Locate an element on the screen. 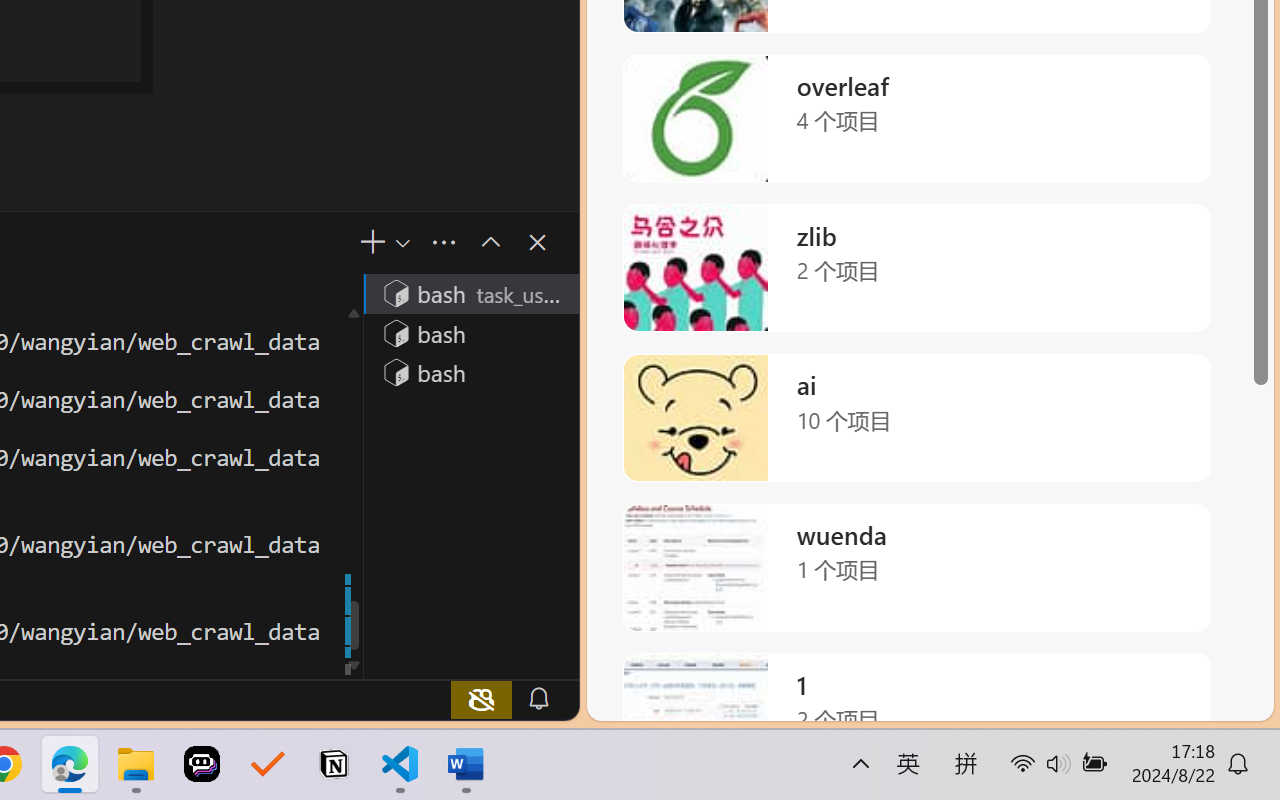 The image size is (1280, 800). 'Views and More Actions...' is located at coordinates (441, 242).